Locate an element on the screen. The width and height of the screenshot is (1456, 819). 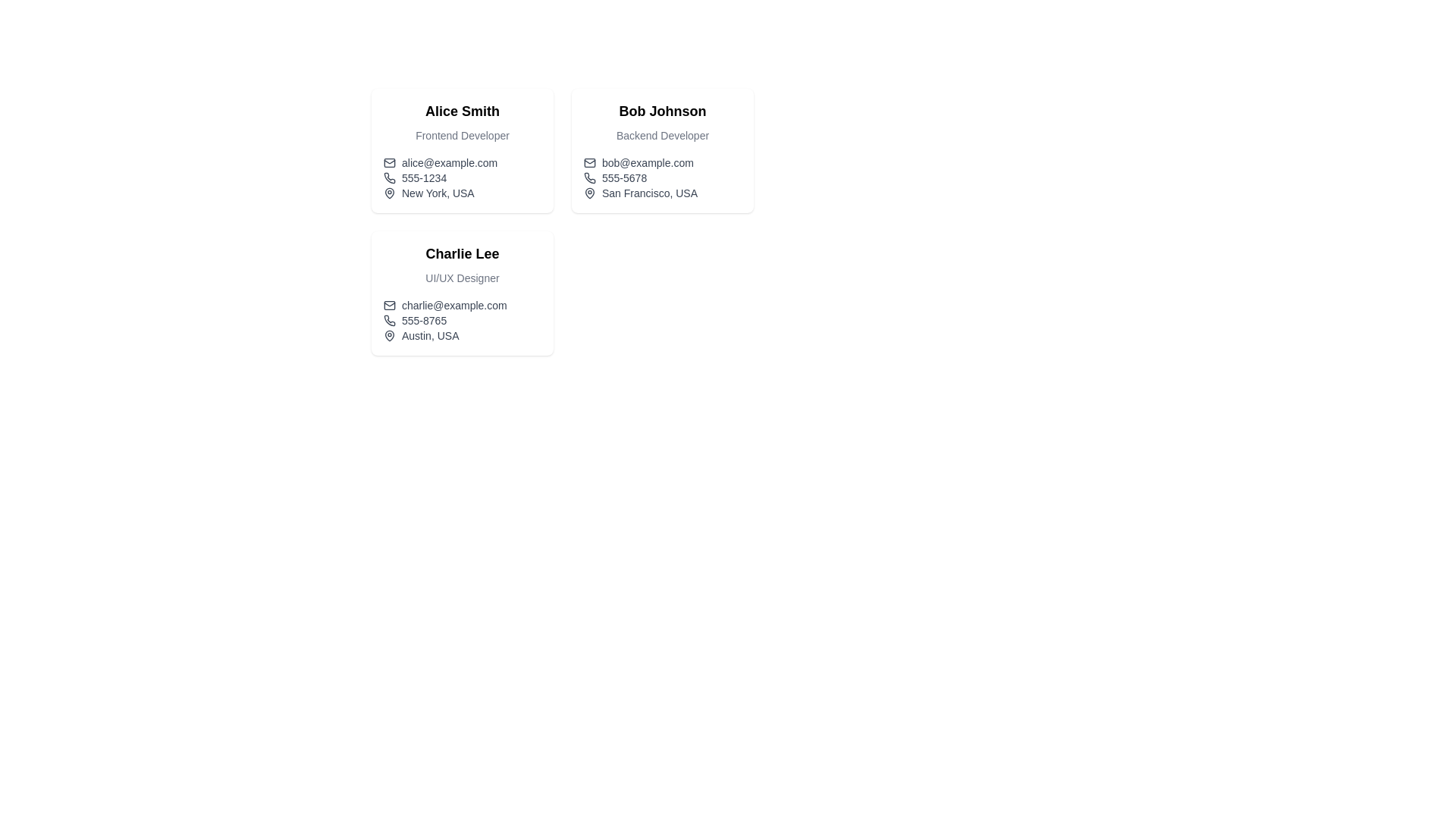
the phone number display for 'Charlie Lee', which is the second-to-last entry in the profile card, located beneath the email address and above the location is located at coordinates (461, 320).